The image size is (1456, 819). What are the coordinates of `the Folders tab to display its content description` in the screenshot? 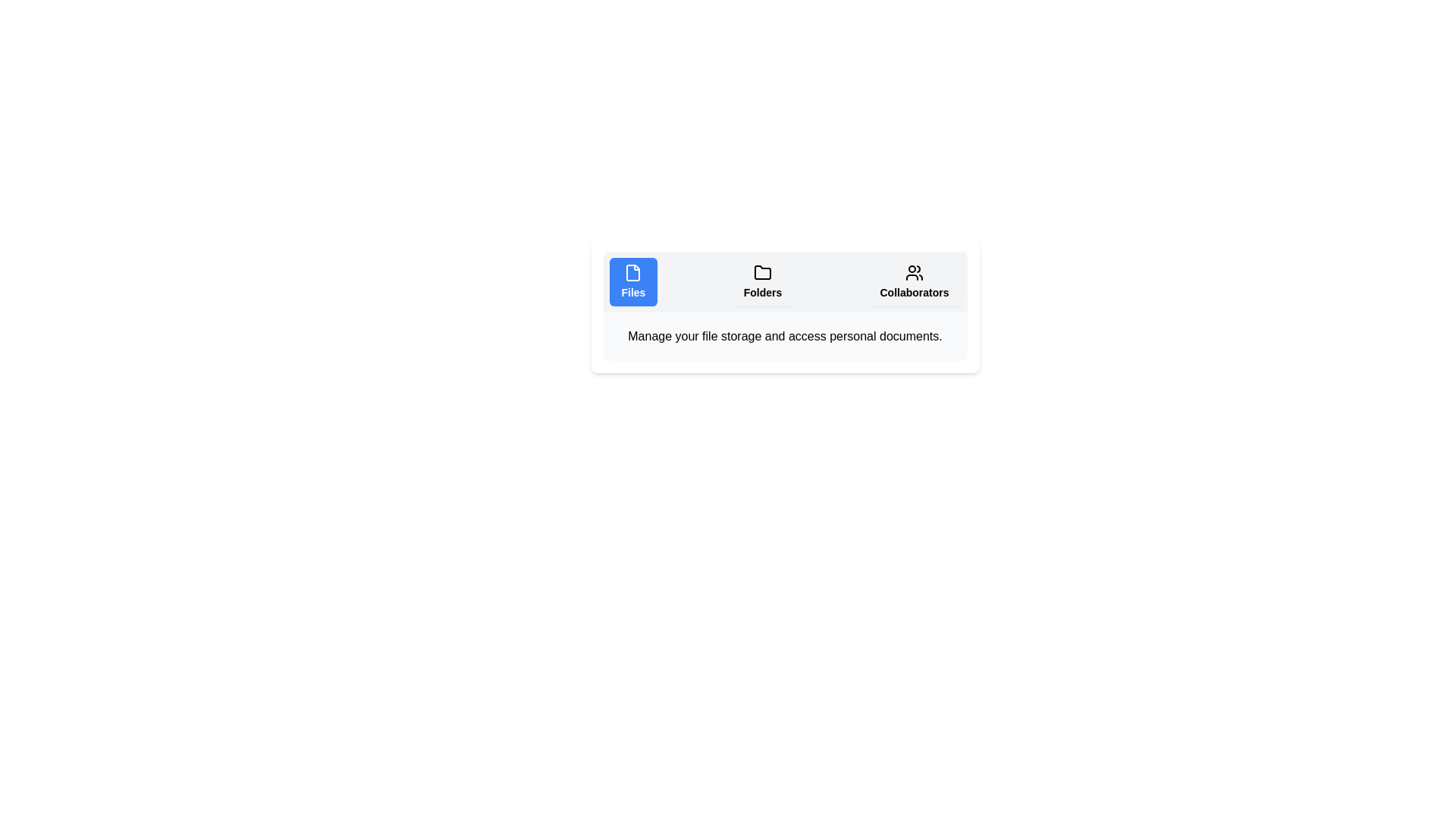 It's located at (762, 281).